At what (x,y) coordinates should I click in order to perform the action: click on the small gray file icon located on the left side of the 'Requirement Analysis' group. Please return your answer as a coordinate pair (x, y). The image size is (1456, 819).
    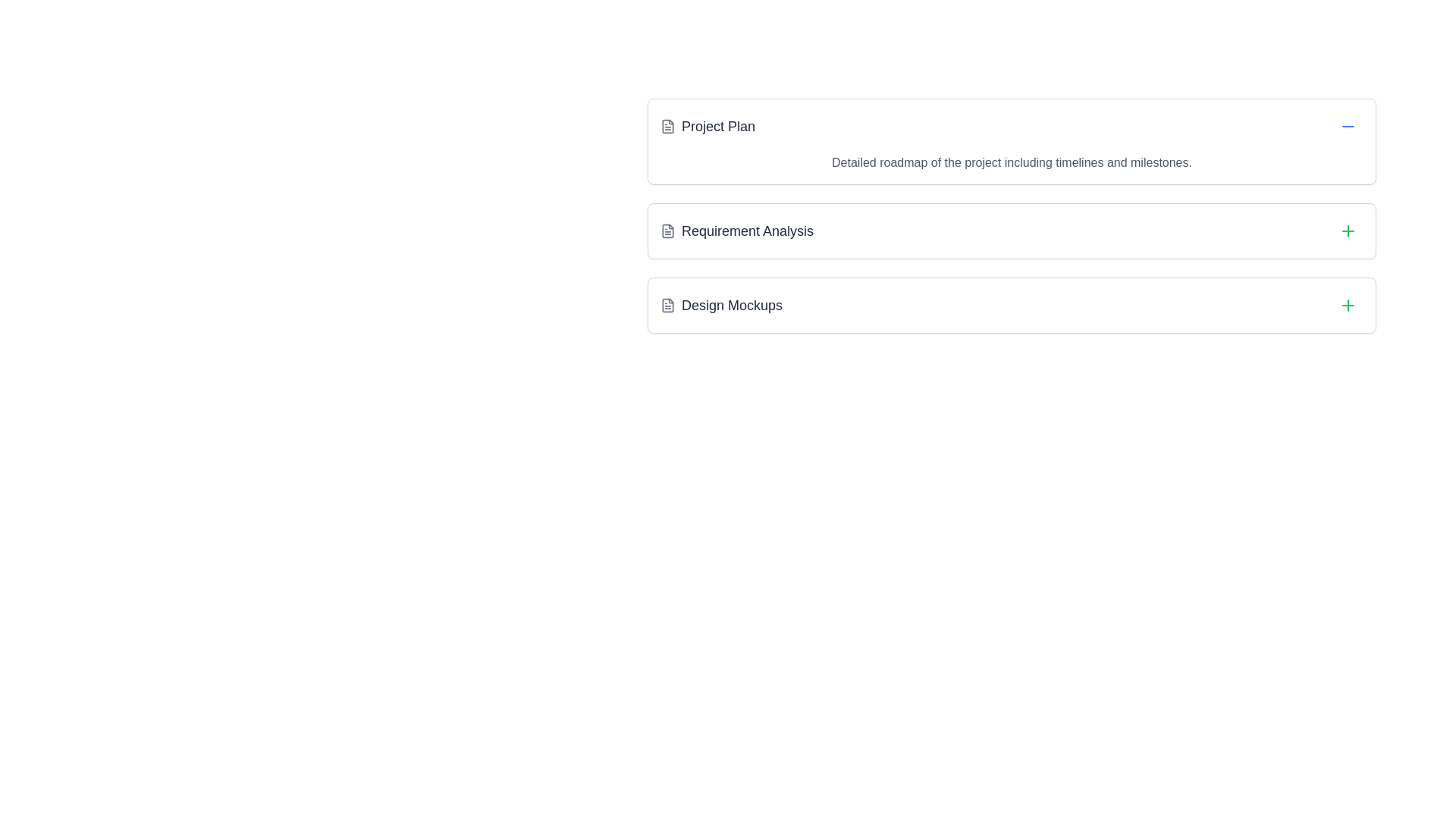
    Looking at the image, I should click on (667, 231).